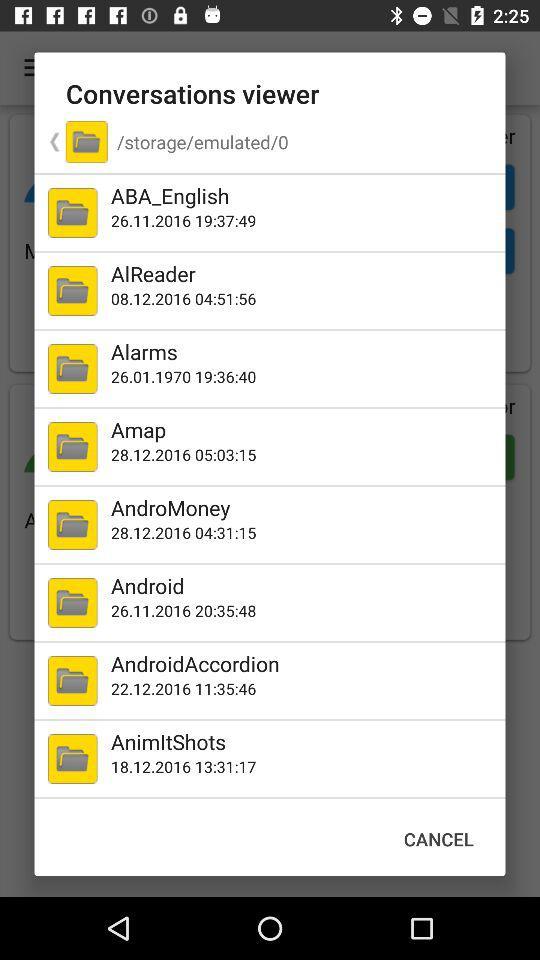 The image size is (540, 960). I want to click on item below 26 01 1970 icon, so click(303, 429).